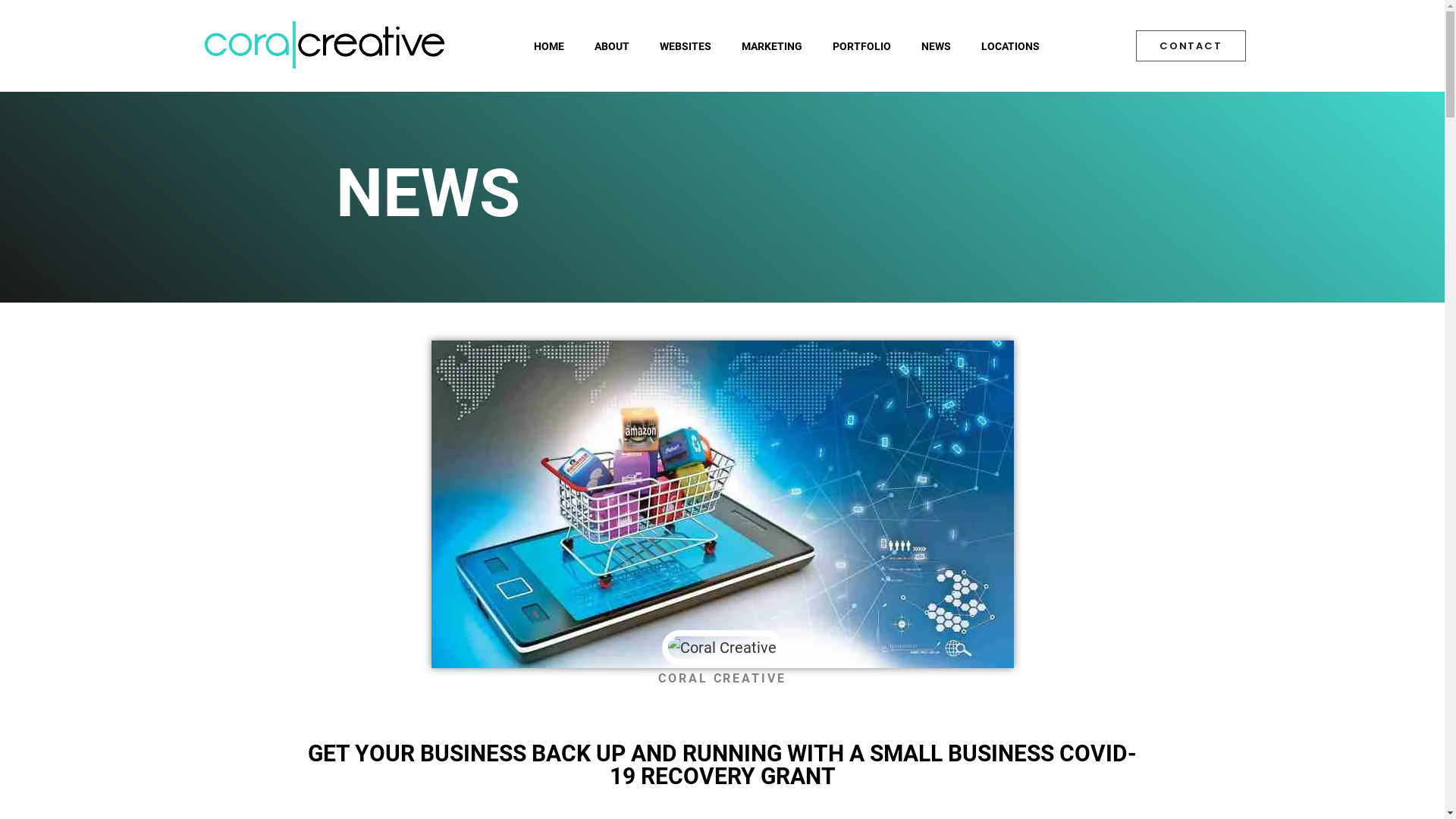  What do you see at coordinates (611, 45) in the screenshot?
I see `'ABOUT'` at bounding box center [611, 45].